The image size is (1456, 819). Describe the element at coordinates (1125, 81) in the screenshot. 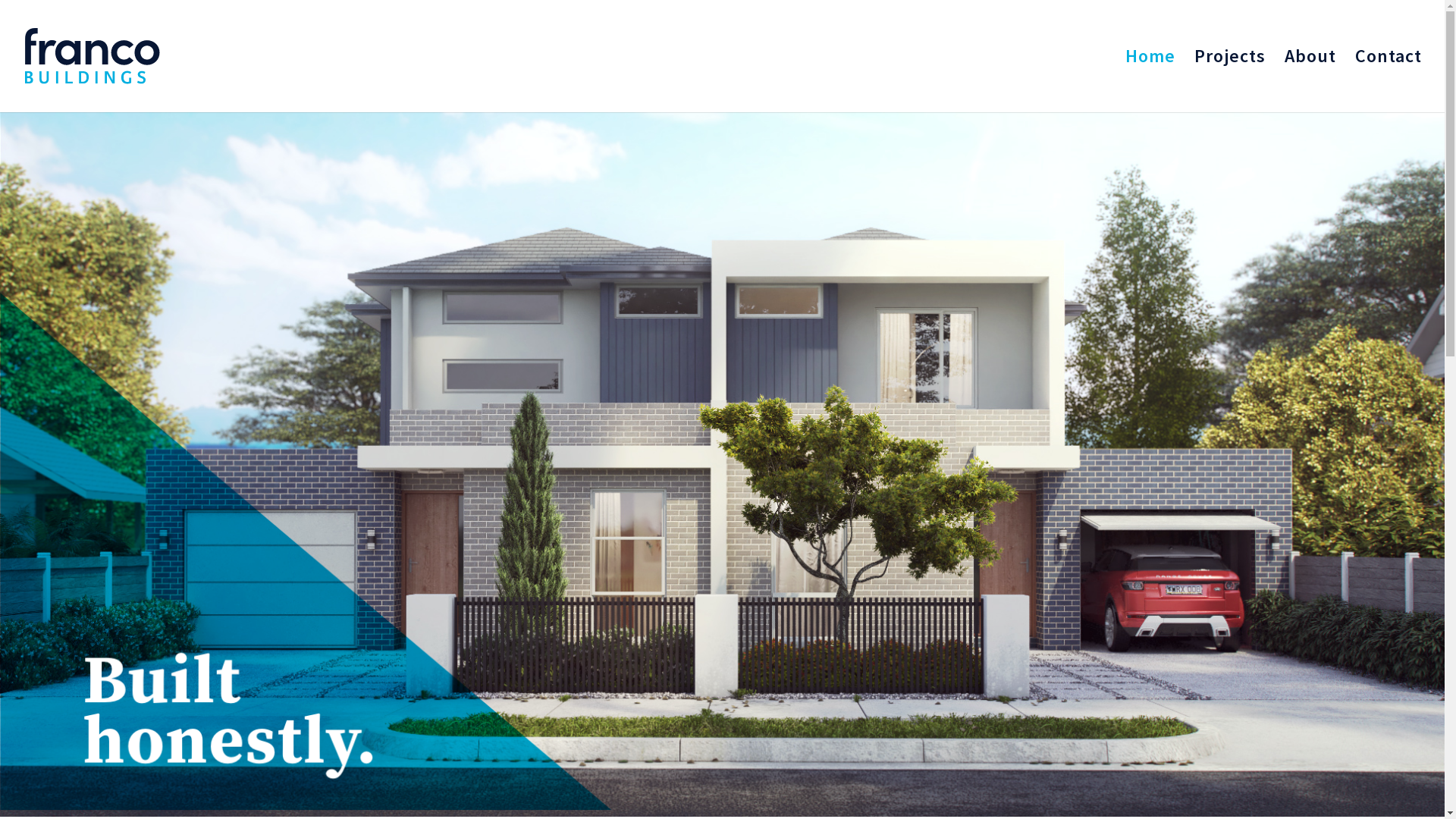

I see `'Home'` at that location.